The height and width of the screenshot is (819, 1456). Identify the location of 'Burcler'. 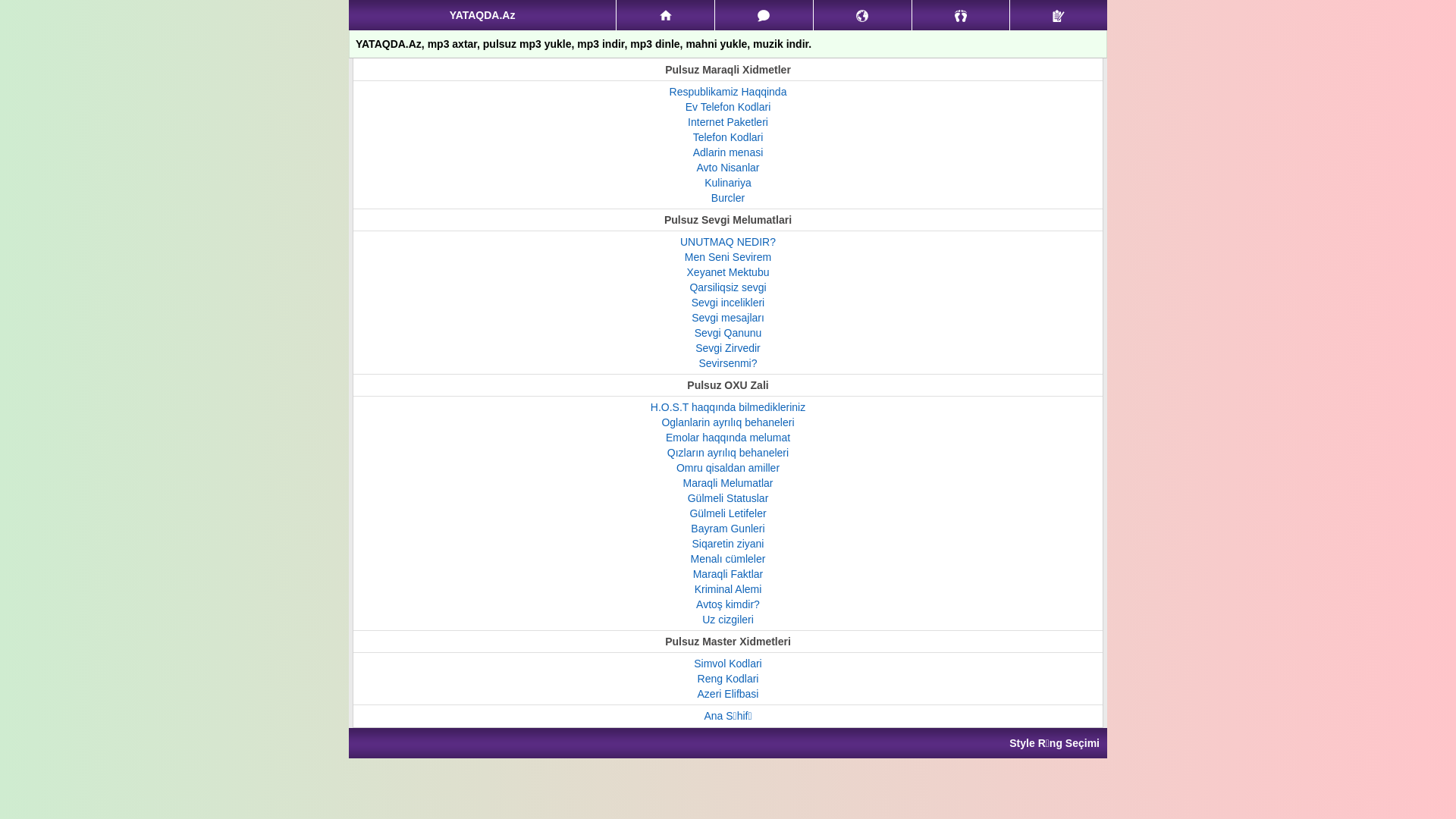
(728, 197).